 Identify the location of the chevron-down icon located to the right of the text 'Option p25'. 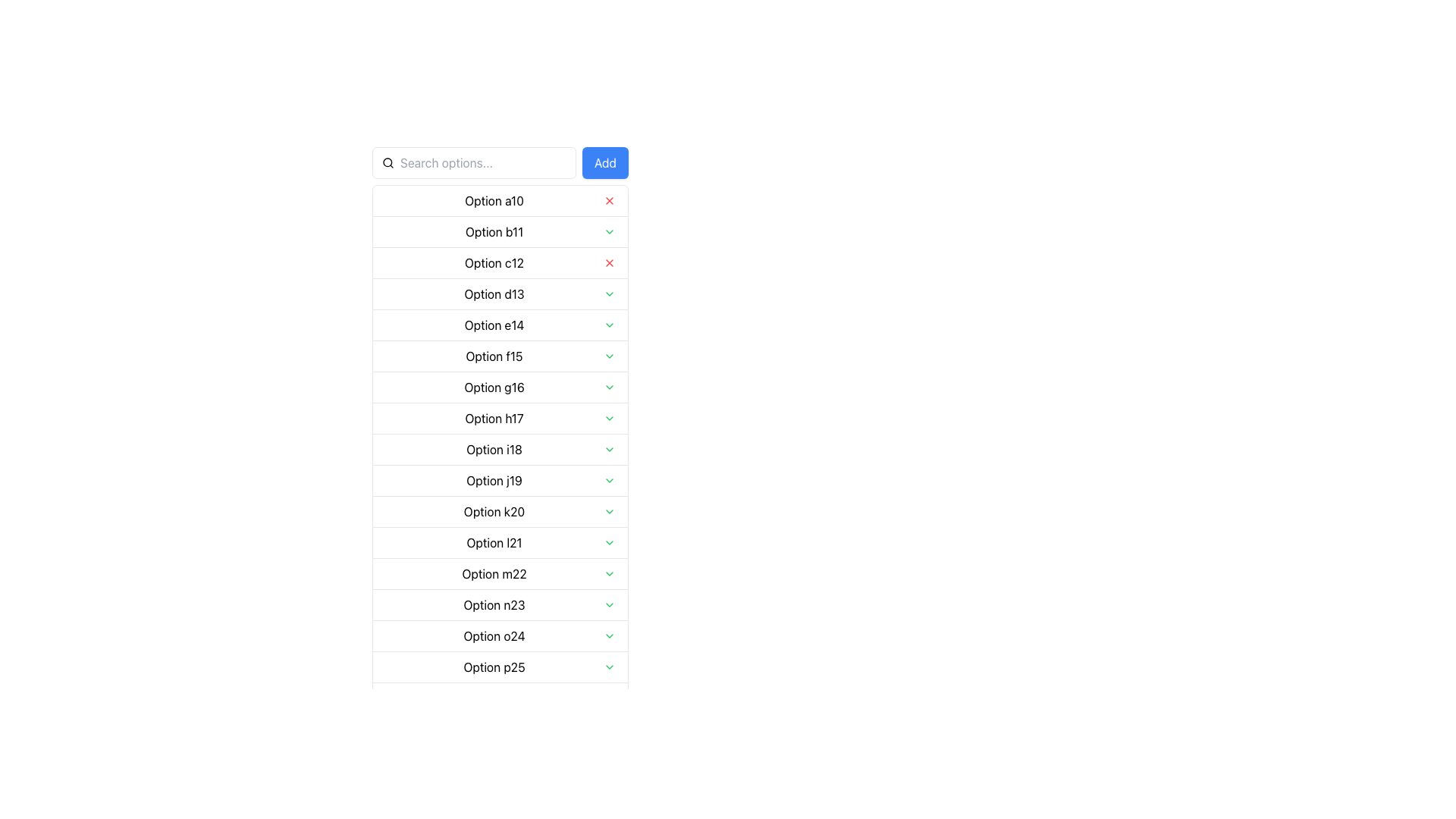
(610, 666).